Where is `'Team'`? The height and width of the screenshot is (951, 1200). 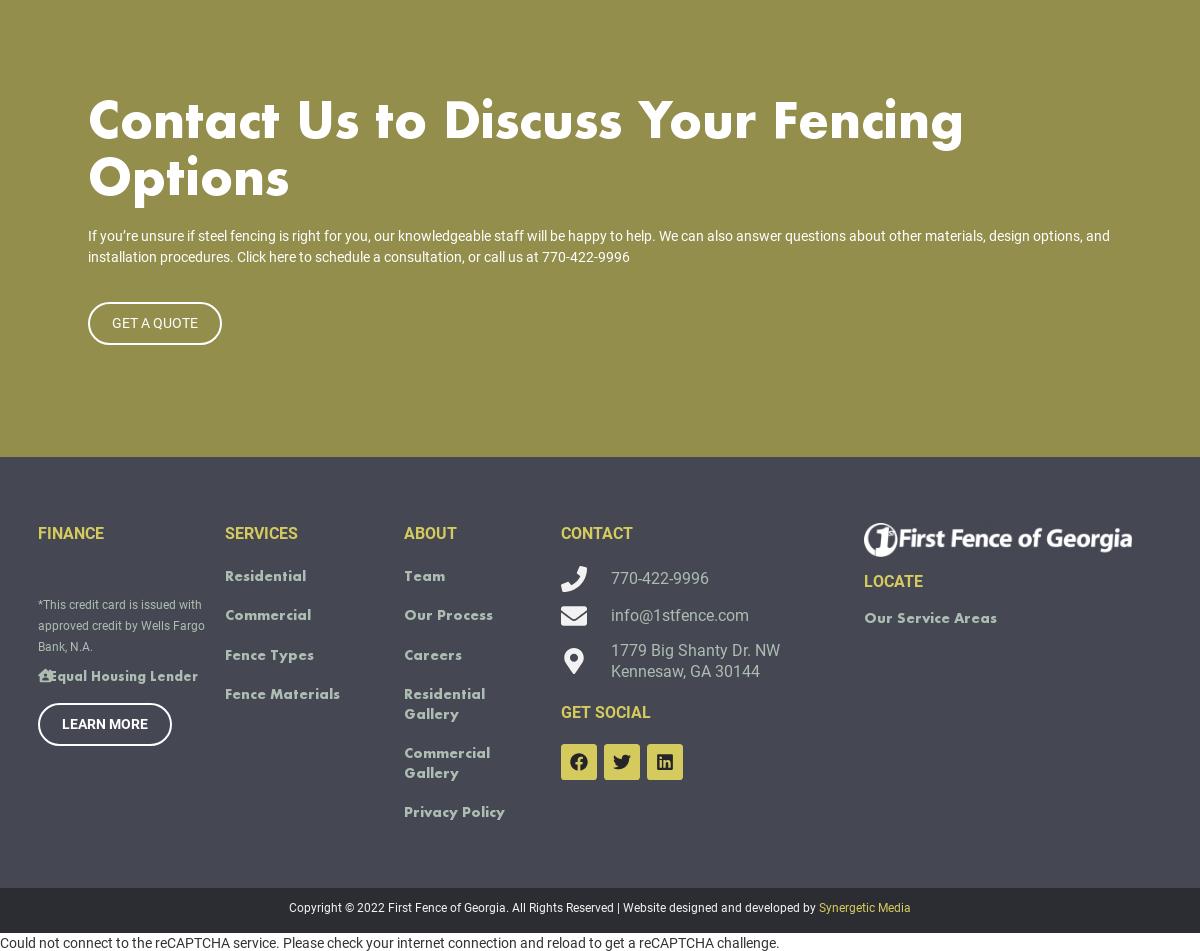 'Team' is located at coordinates (423, 602).